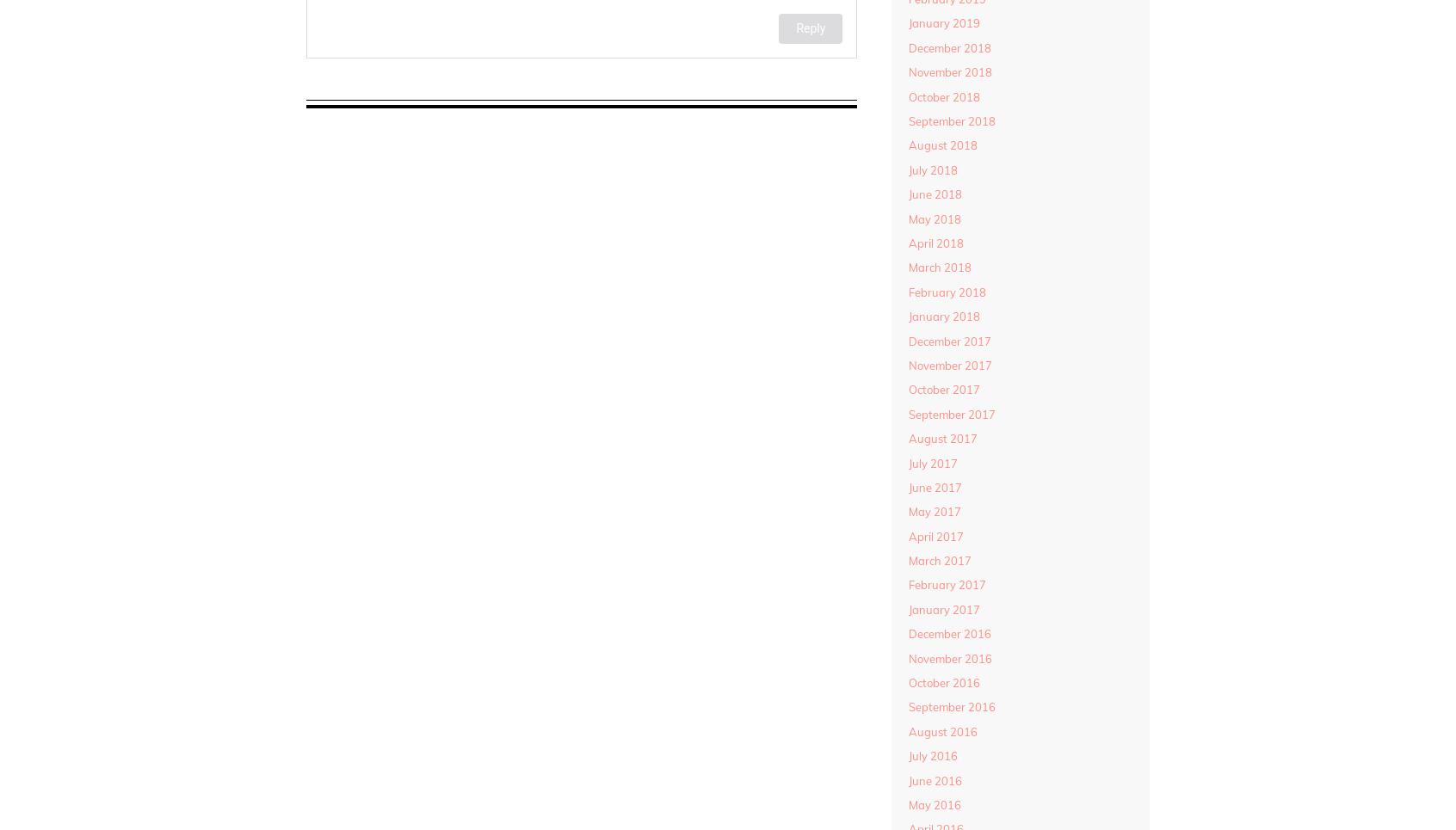  What do you see at coordinates (943, 683) in the screenshot?
I see `'October 2016'` at bounding box center [943, 683].